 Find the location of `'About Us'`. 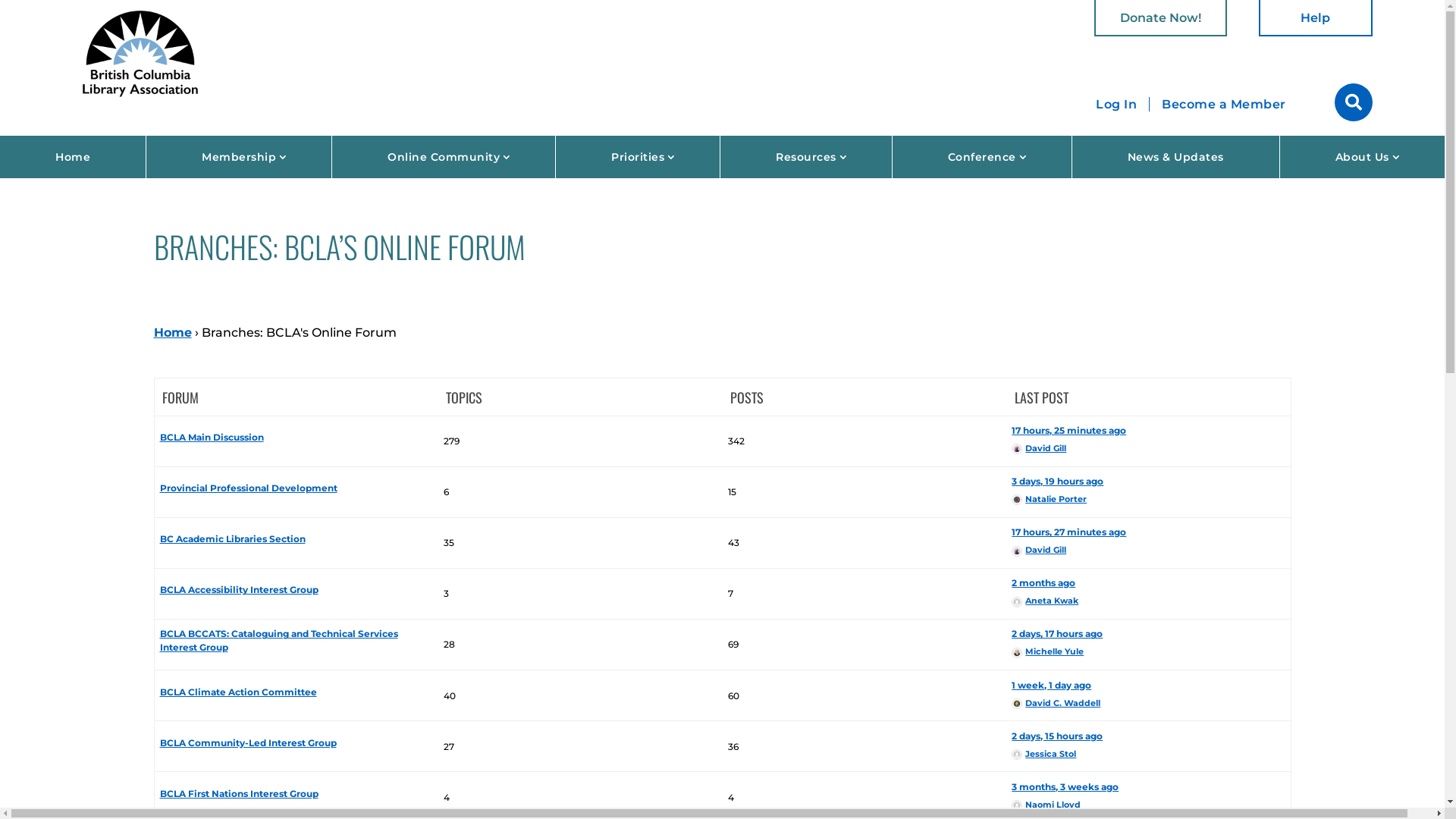

'About Us' is located at coordinates (1362, 157).